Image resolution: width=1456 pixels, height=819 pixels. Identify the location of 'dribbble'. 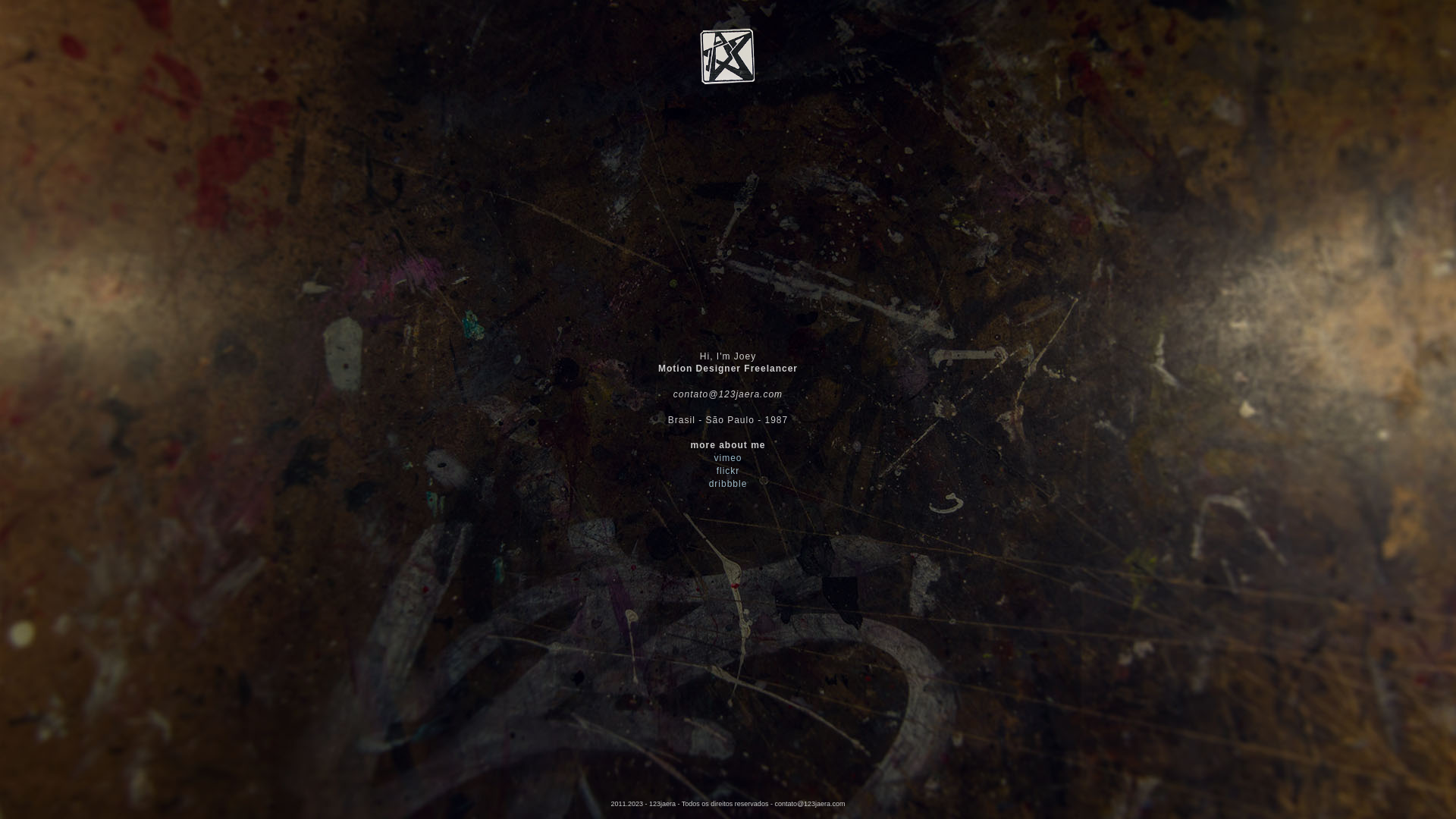
(728, 483).